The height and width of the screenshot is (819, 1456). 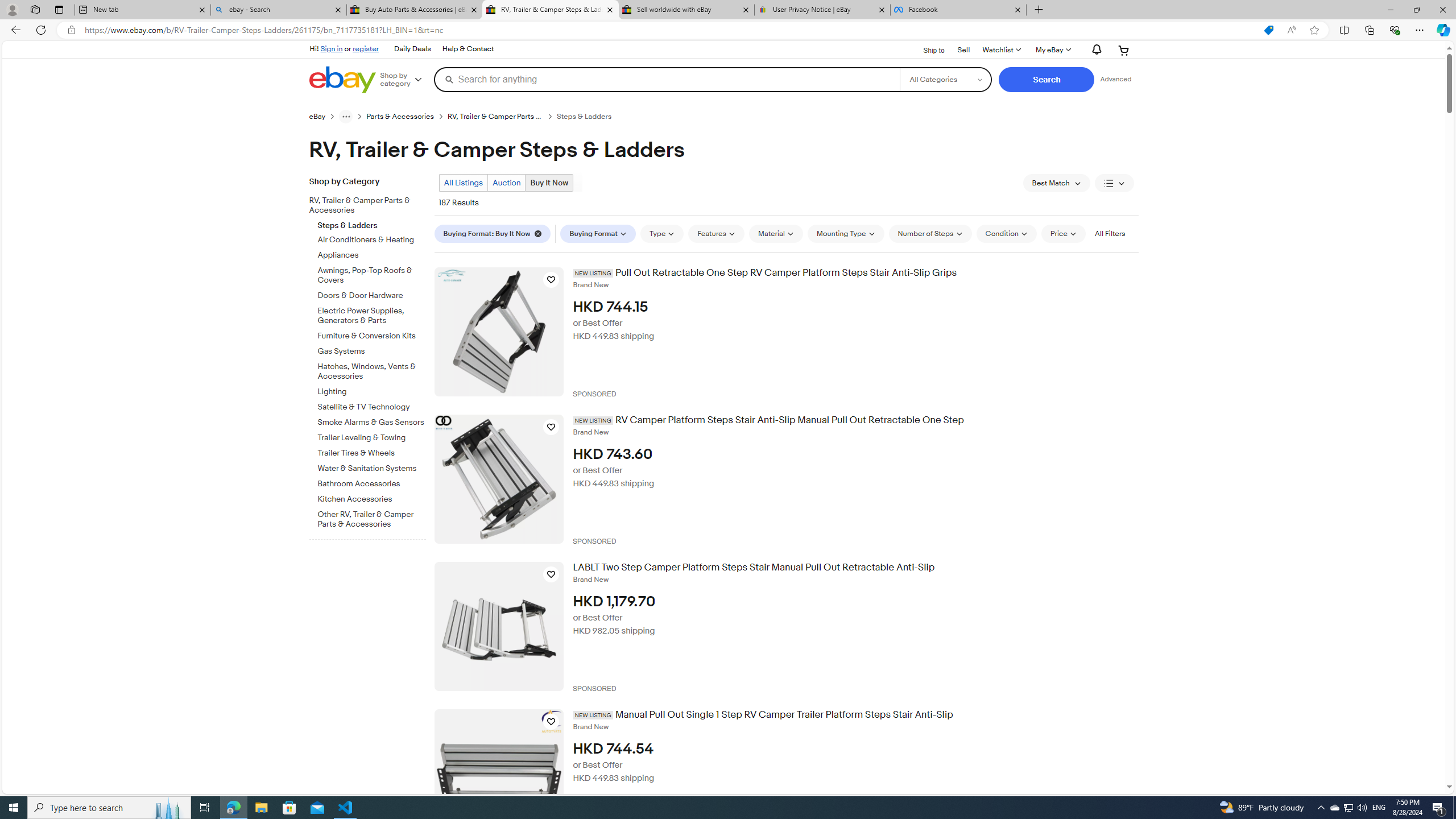 What do you see at coordinates (405, 78) in the screenshot?
I see `'Shop by category'` at bounding box center [405, 78].